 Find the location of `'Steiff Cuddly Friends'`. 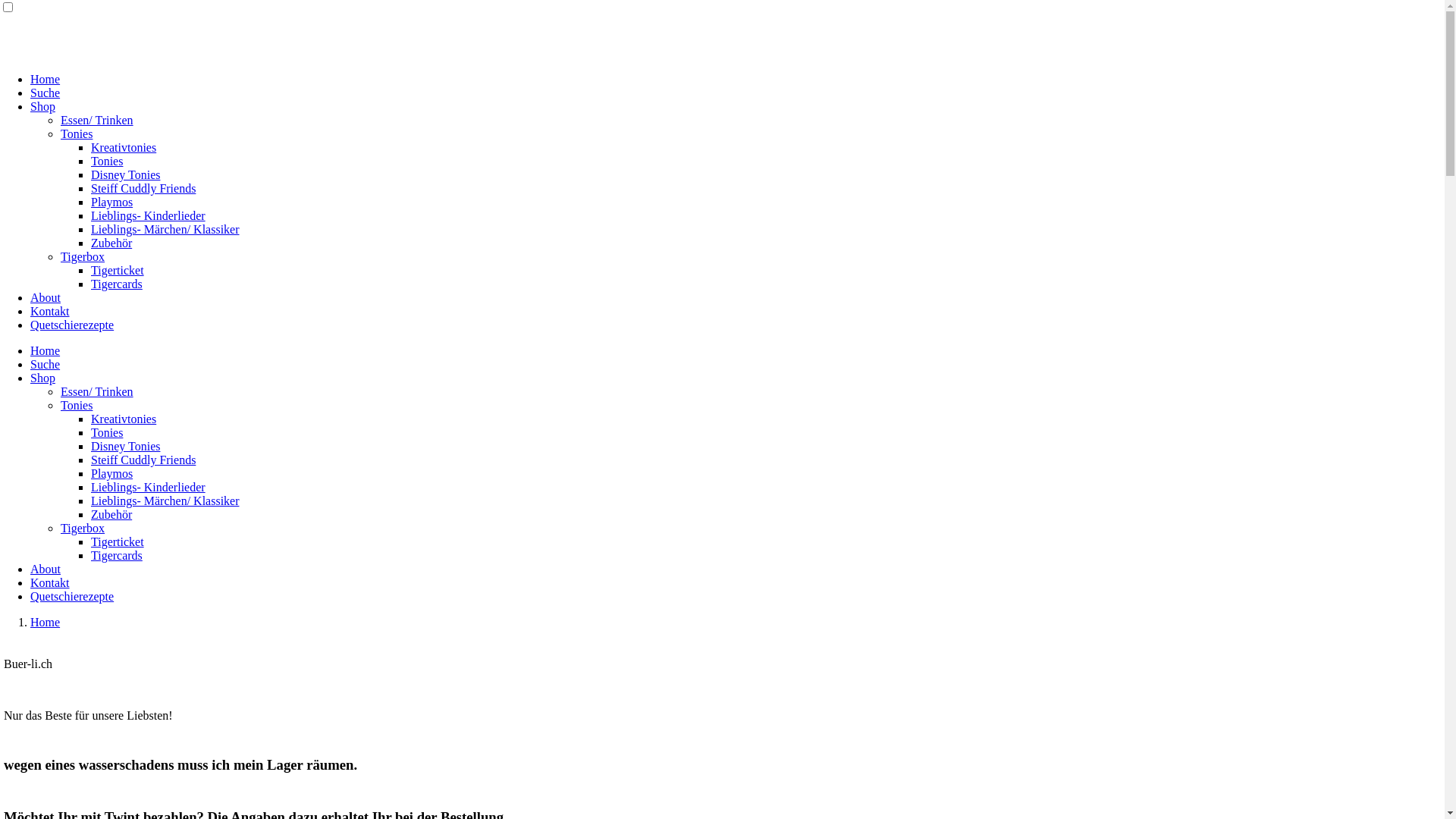

'Steiff Cuddly Friends' is located at coordinates (90, 459).